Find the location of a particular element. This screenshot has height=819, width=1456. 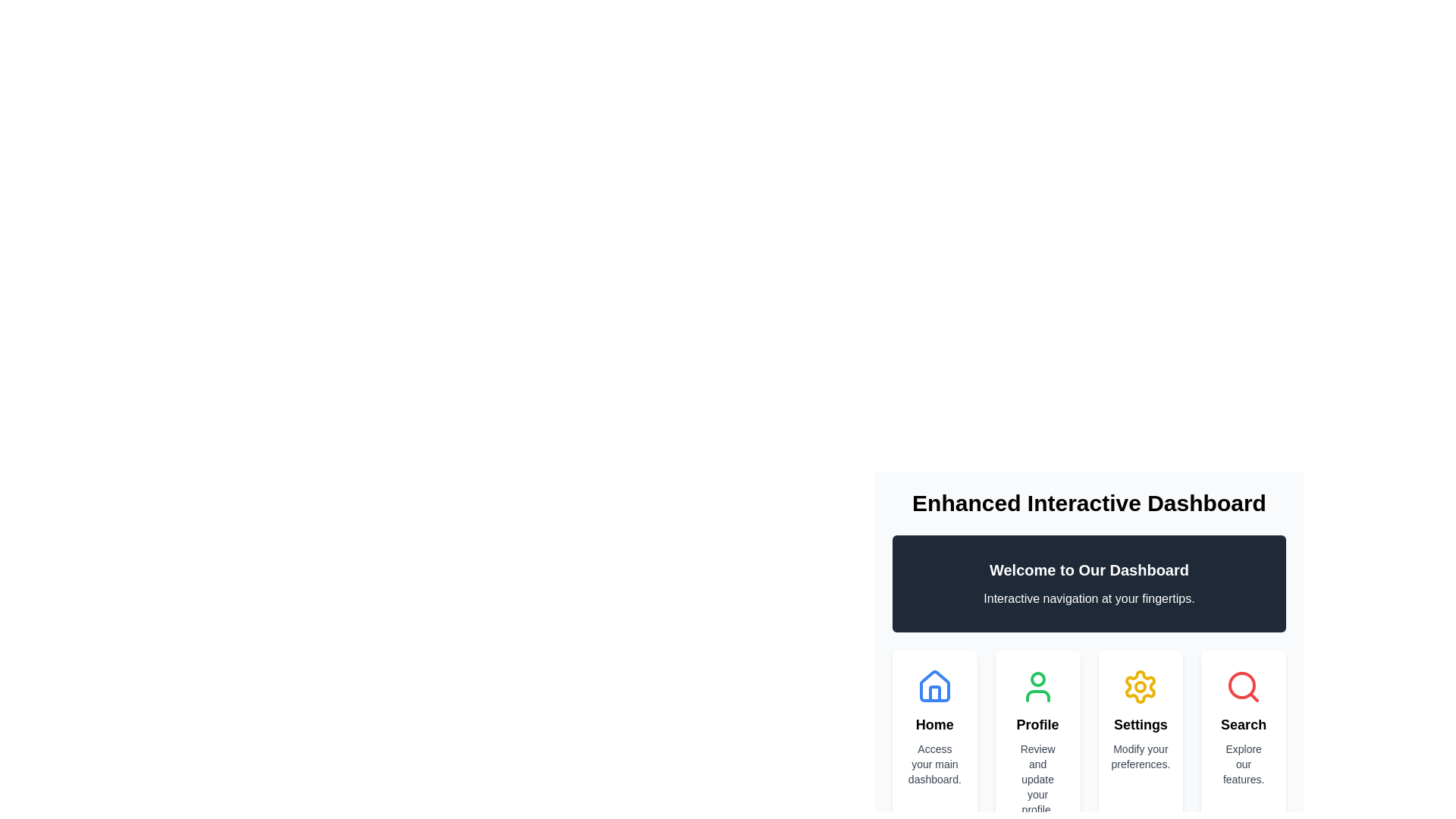

text block that says 'Review and update your profile.' which is styled in a smaller gray font and located below the 'Profile' heading in the Profile card is located at coordinates (1037, 780).